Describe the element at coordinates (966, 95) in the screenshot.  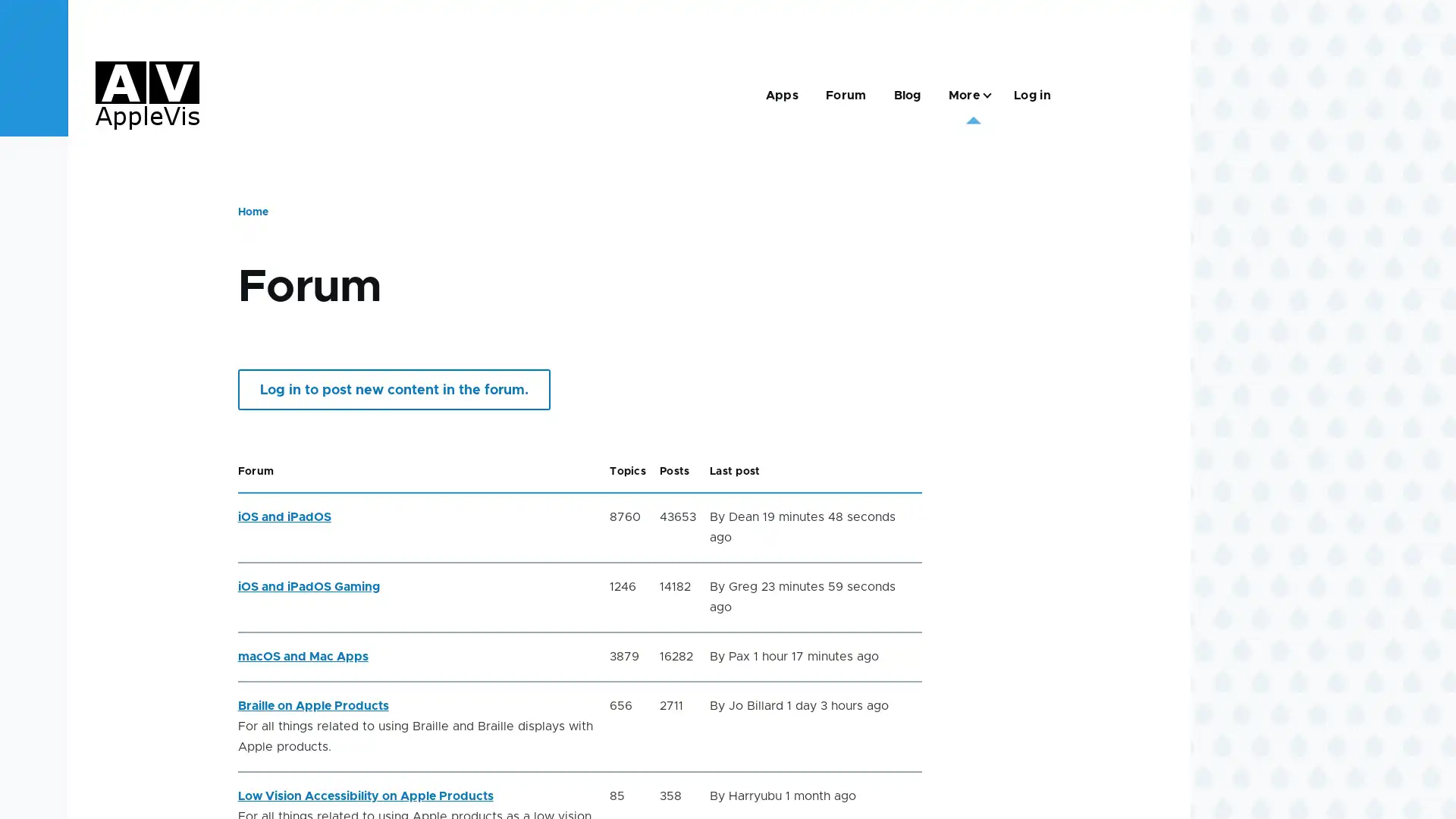
I see `More` at that location.